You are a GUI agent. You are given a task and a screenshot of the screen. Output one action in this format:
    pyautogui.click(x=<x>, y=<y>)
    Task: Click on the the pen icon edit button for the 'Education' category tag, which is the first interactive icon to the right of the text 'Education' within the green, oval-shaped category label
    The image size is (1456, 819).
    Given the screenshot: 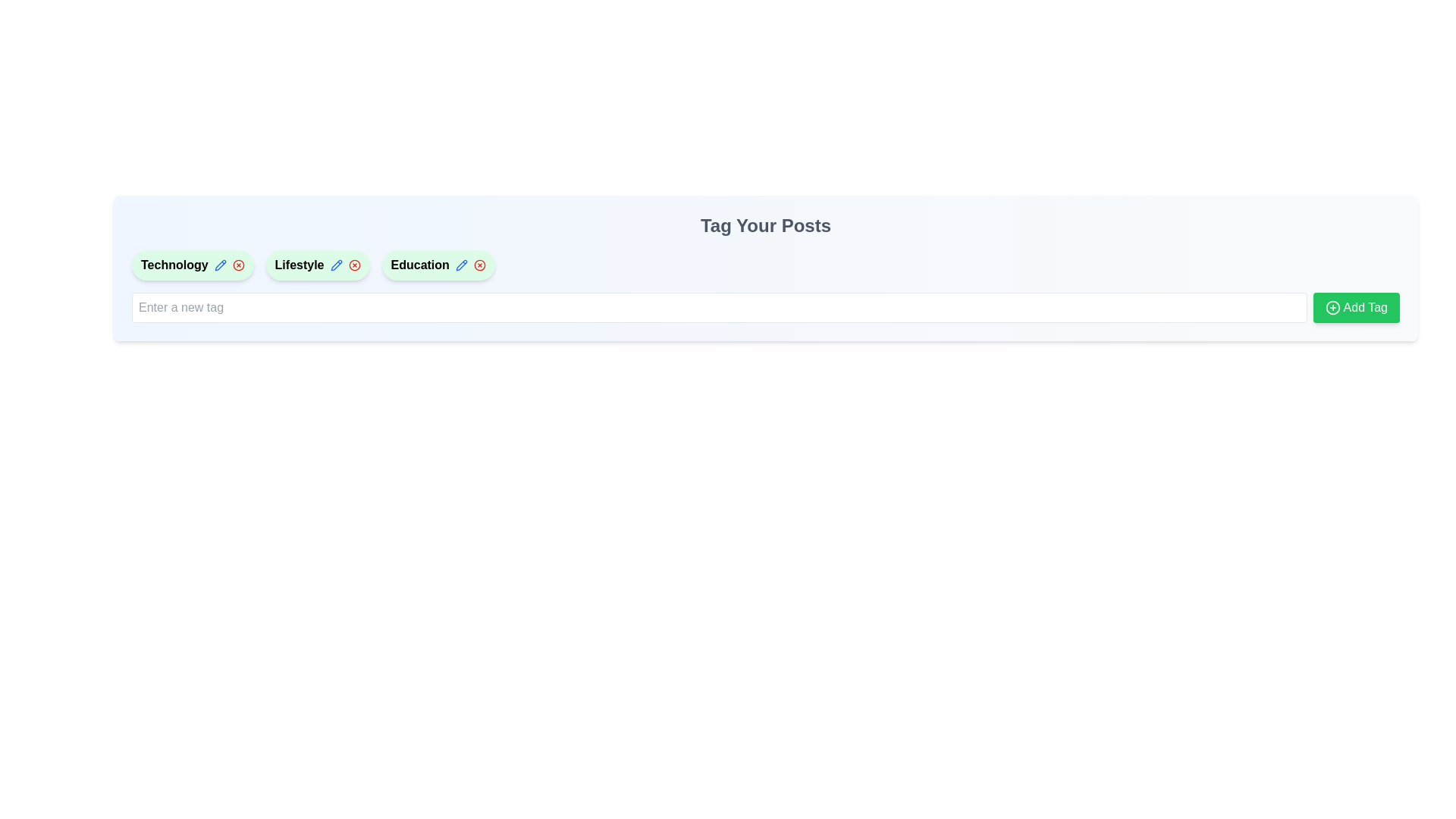 What is the action you would take?
    pyautogui.click(x=460, y=265)
    